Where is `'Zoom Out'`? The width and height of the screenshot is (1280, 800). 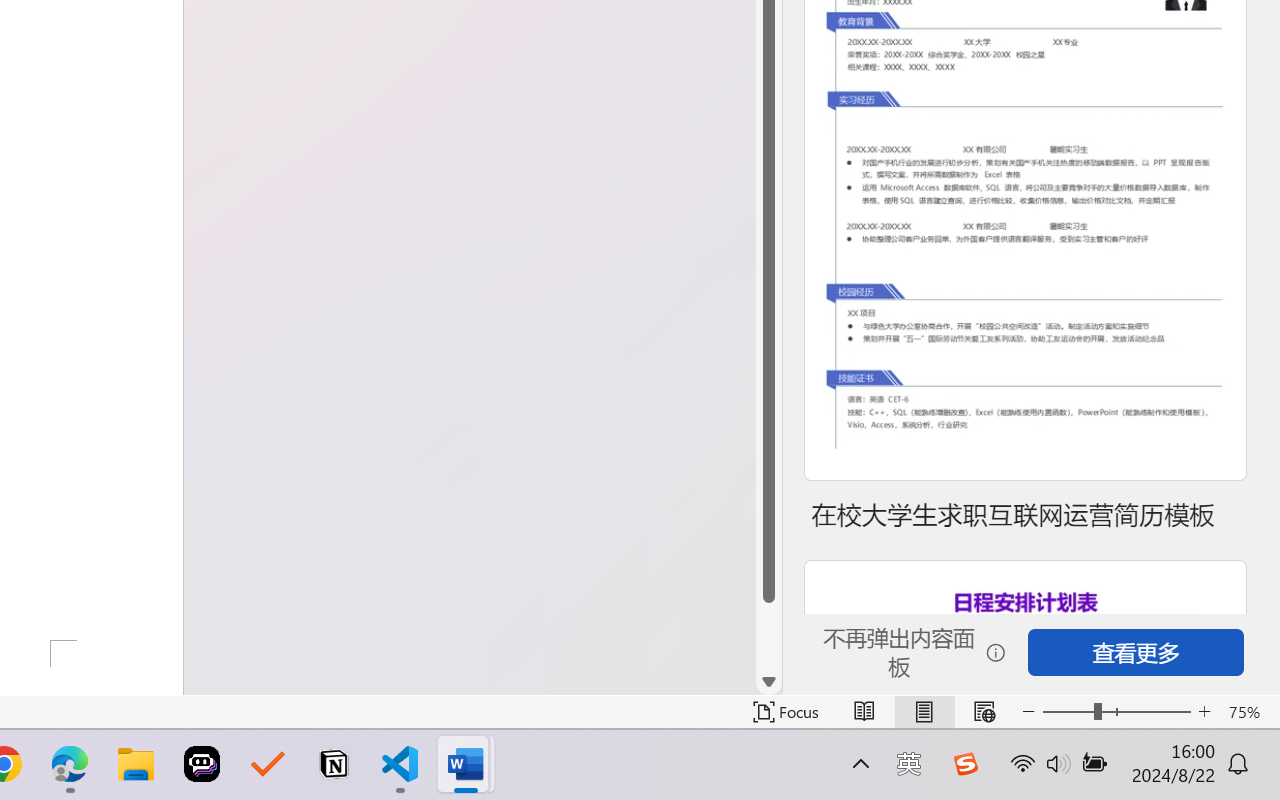 'Zoom Out' is located at coordinates (1067, 711).